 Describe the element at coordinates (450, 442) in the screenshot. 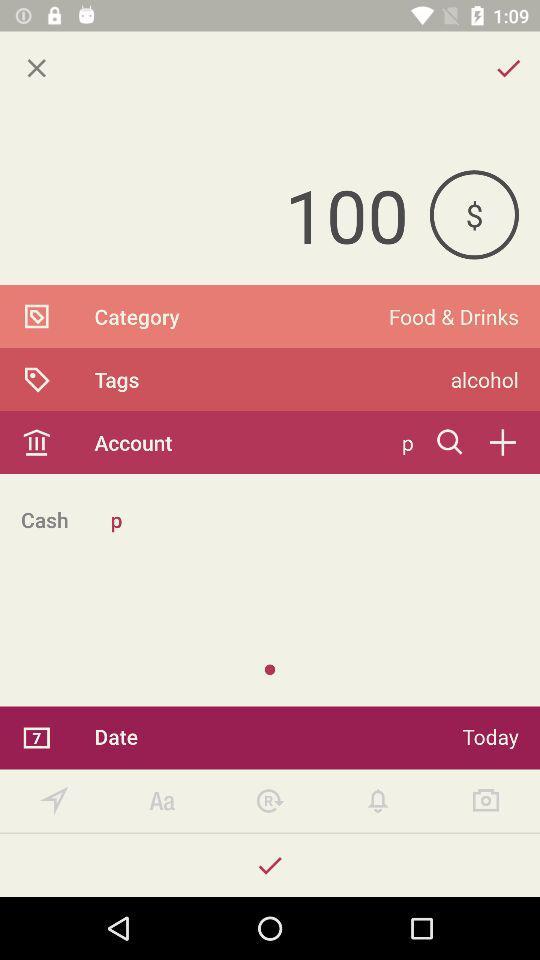

I see `the search icon` at that location.